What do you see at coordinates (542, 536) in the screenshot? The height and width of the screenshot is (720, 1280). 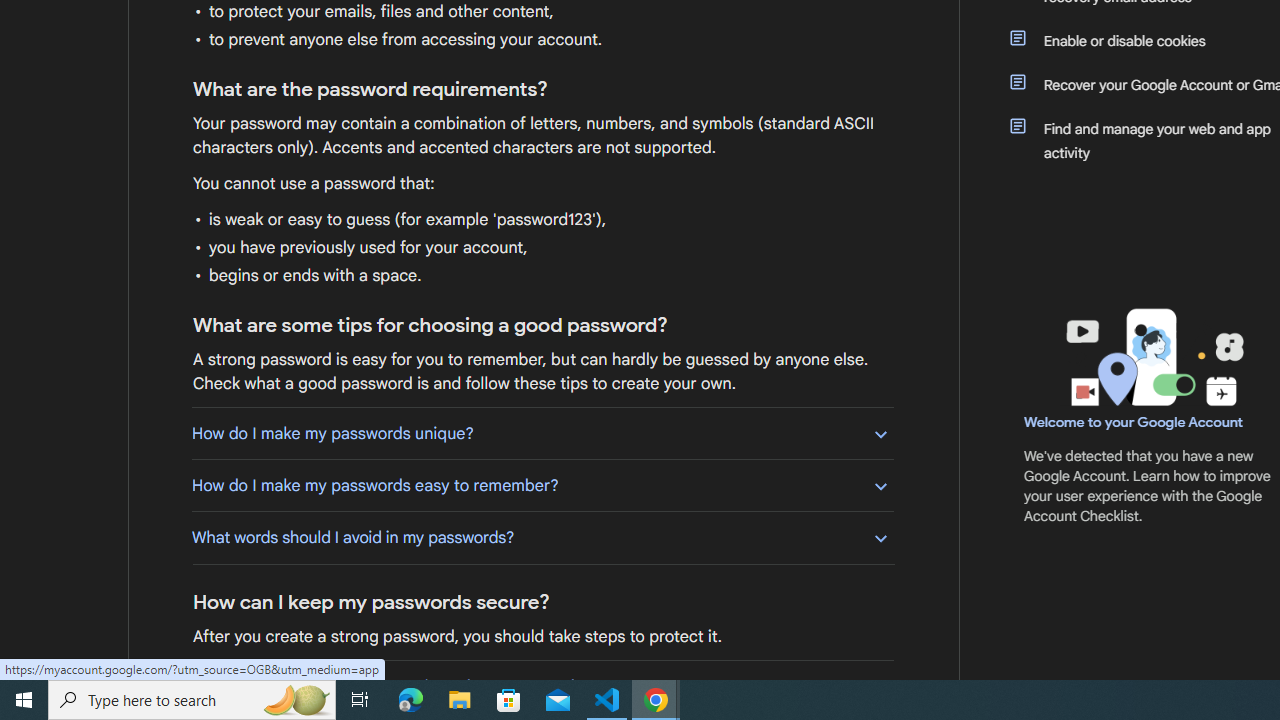 I see `'What words should I avoid in my passwords?'` at bounding box center [542, 536].